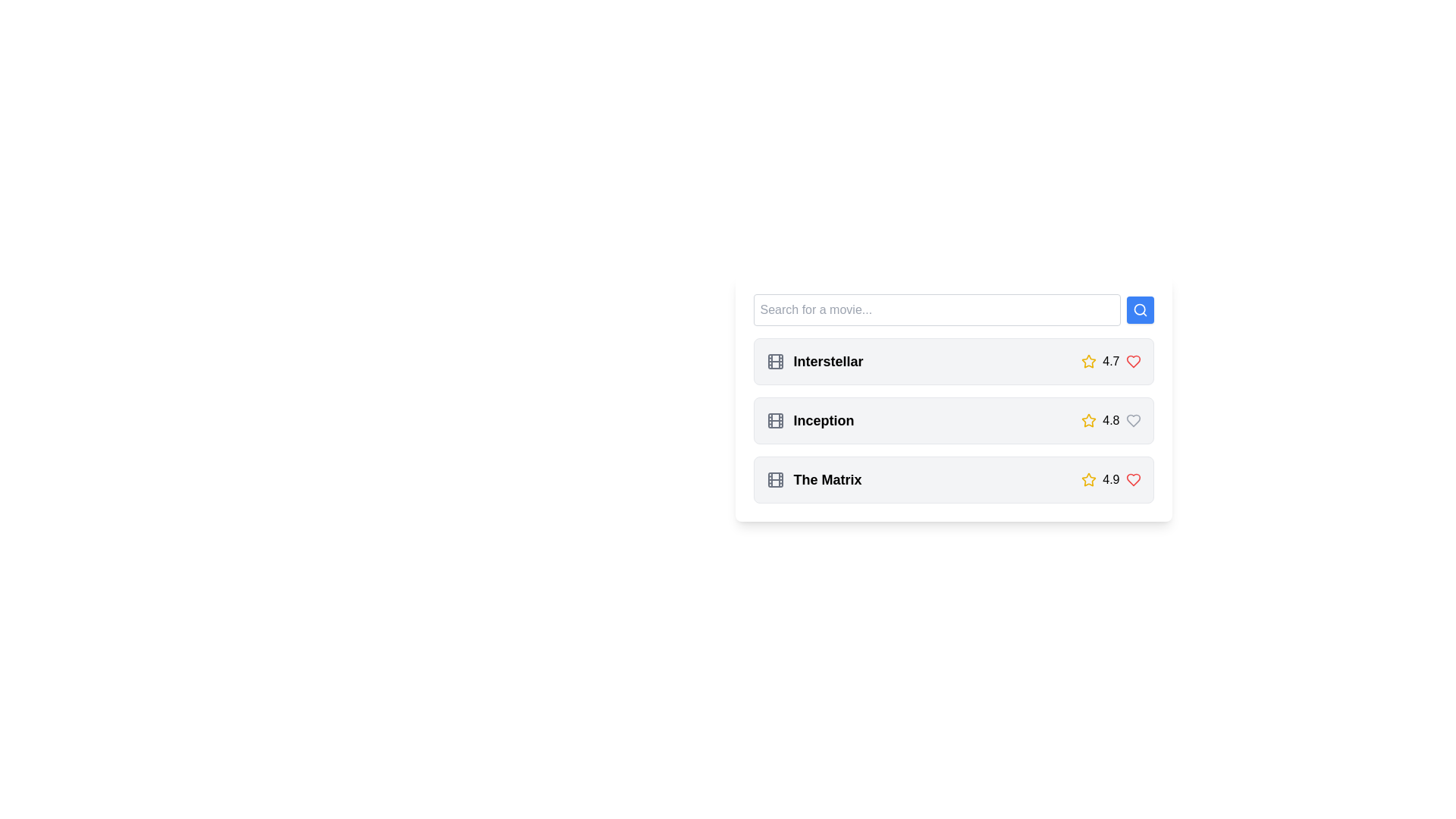  Describe the element at coordinates (1140, 309) in the screenshot. I see `the search button with a blue background and a magnifying glass icon` at that location.